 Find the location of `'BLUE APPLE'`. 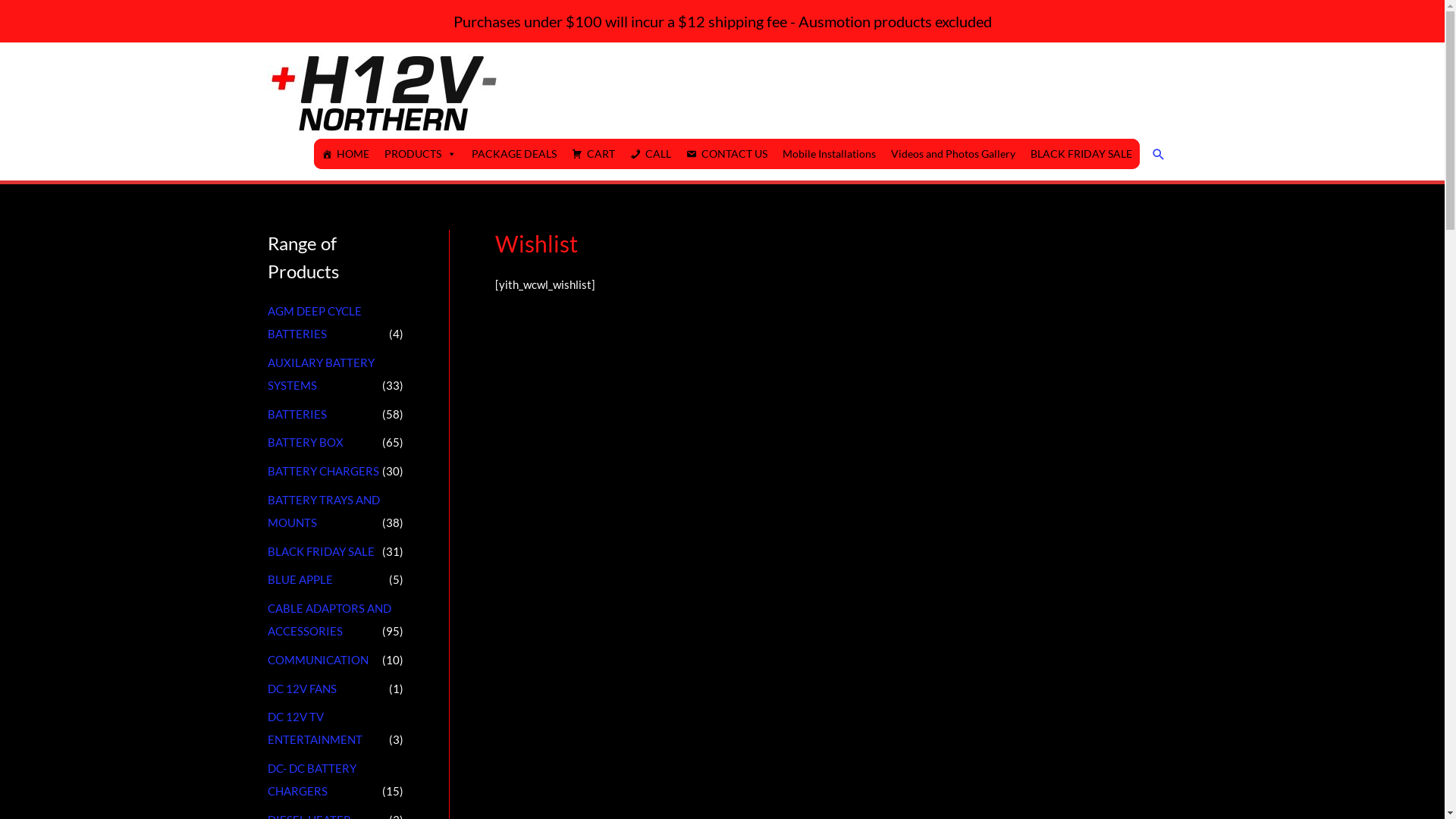

'BLUE APPLE' is located at coordinates (299, 579).